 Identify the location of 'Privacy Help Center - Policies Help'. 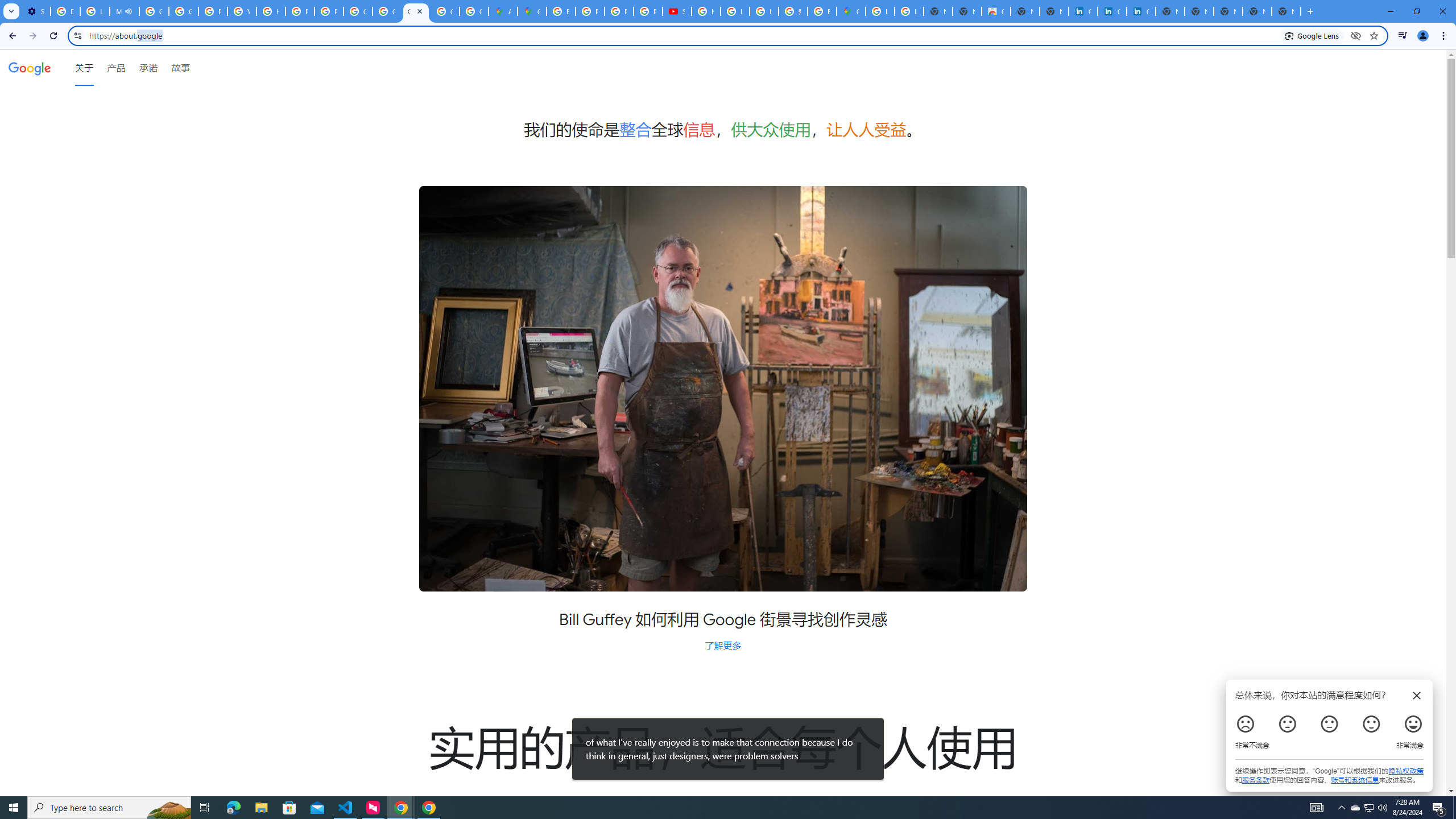
(619, 11).